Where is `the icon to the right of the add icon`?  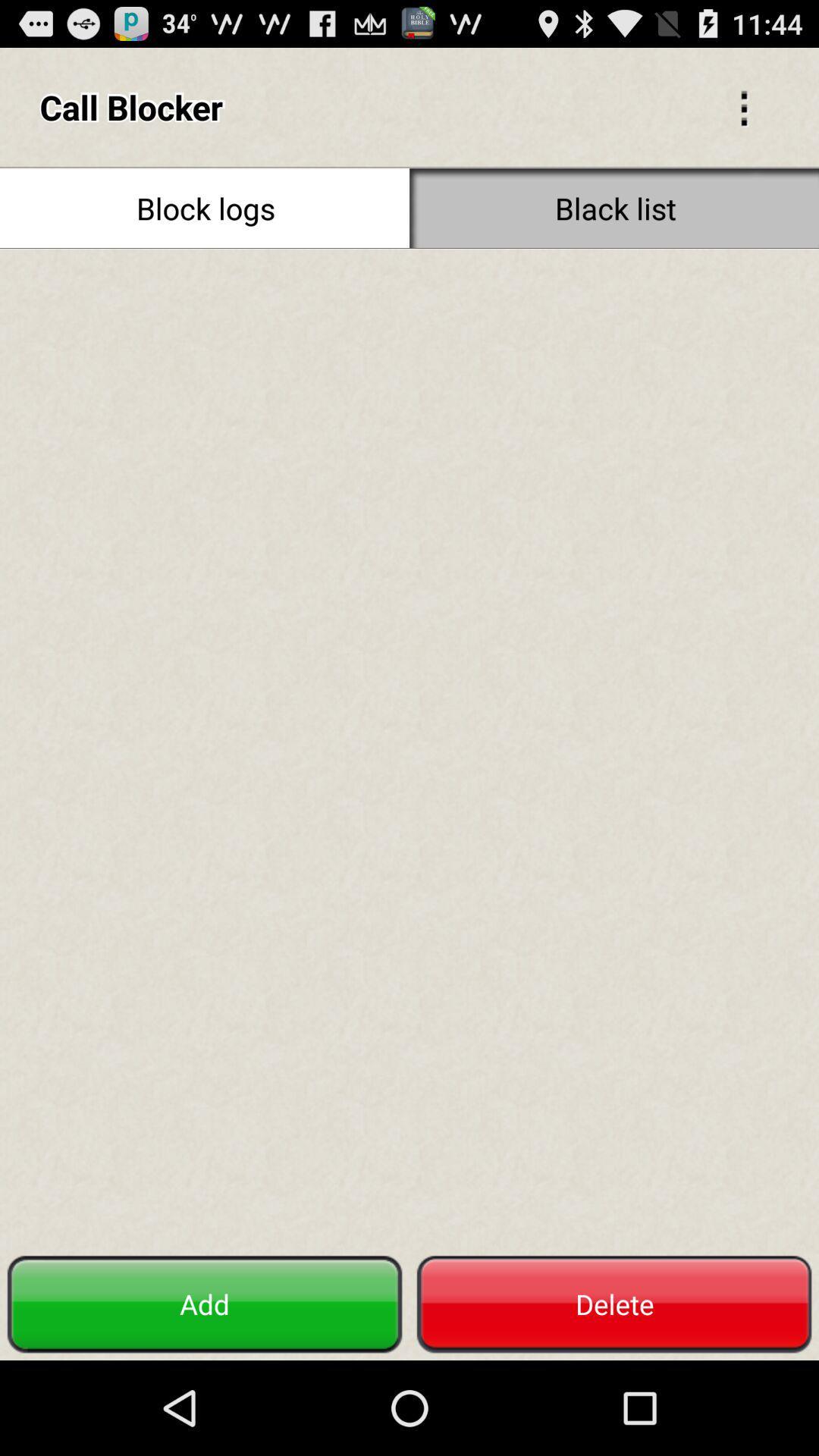 the icon to the right of the add icon is located at coordinates (614, 1304).